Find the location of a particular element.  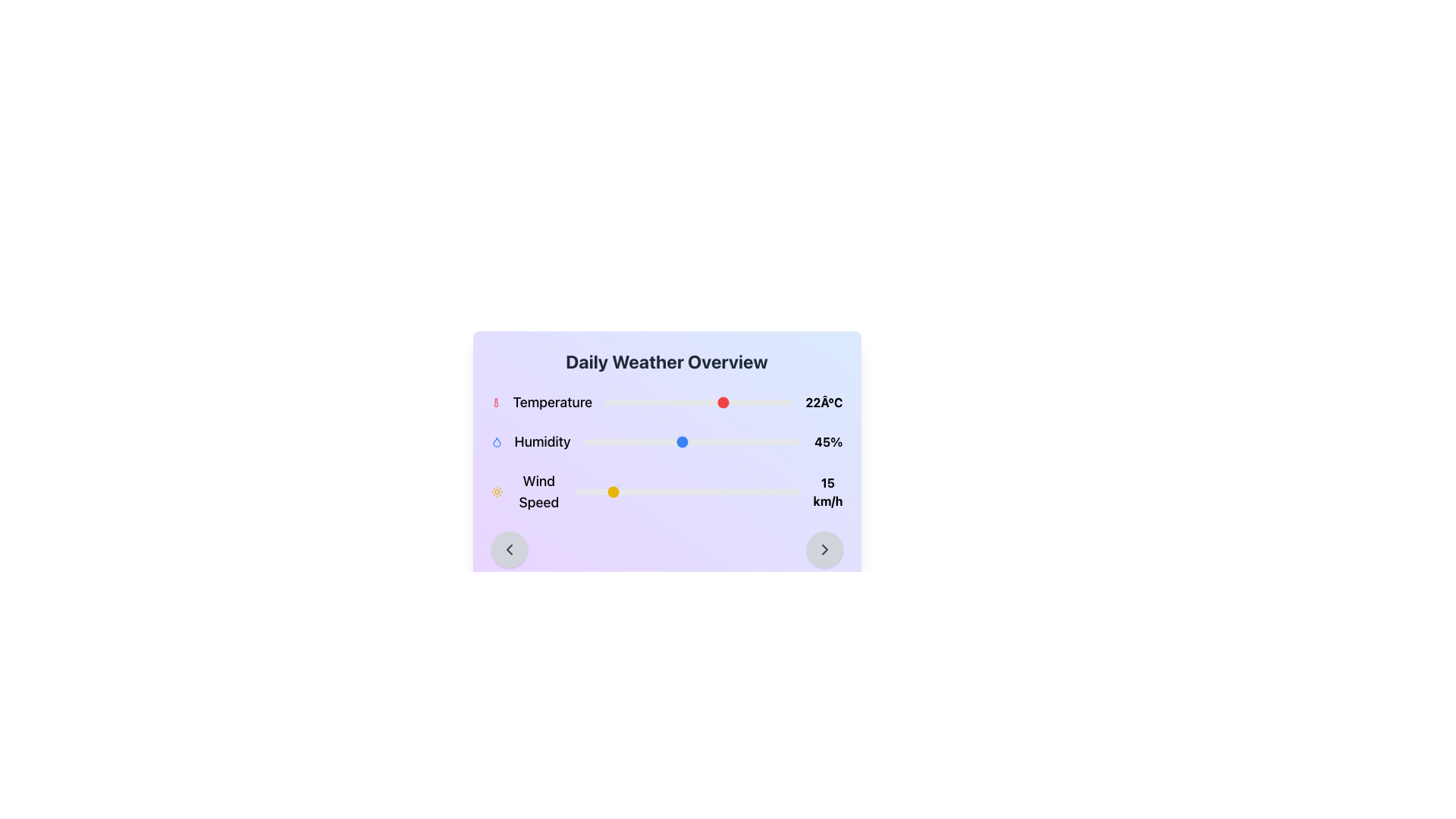

the static text label that displays the current humidity level percentage in the weather overview UI, located to the right of the humidity progress indicator is located at coordinates (827, 441).